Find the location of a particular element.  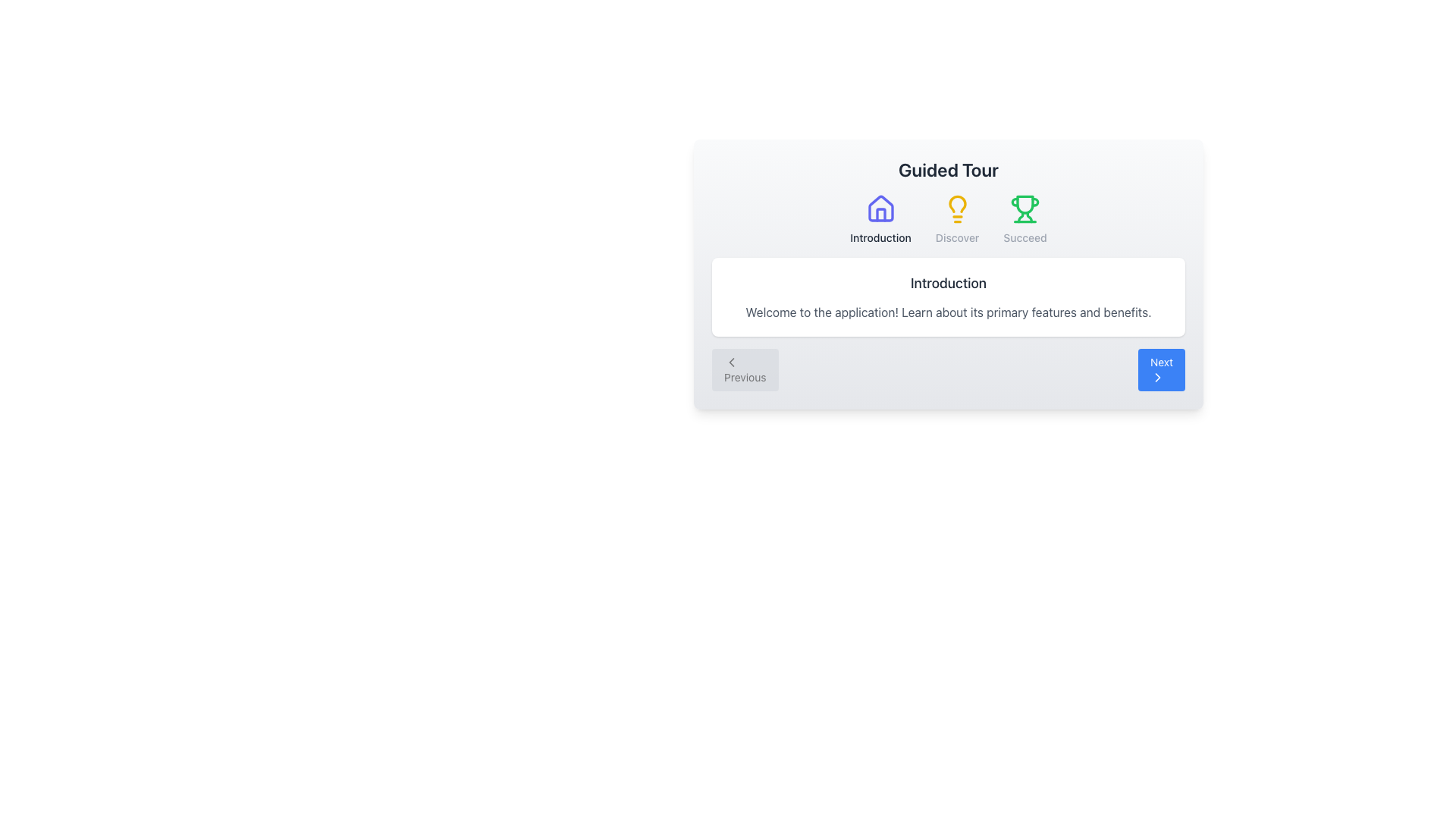

the navigation button located at the bottom-left corner of the navigation section is located at coordinates (745, 370).